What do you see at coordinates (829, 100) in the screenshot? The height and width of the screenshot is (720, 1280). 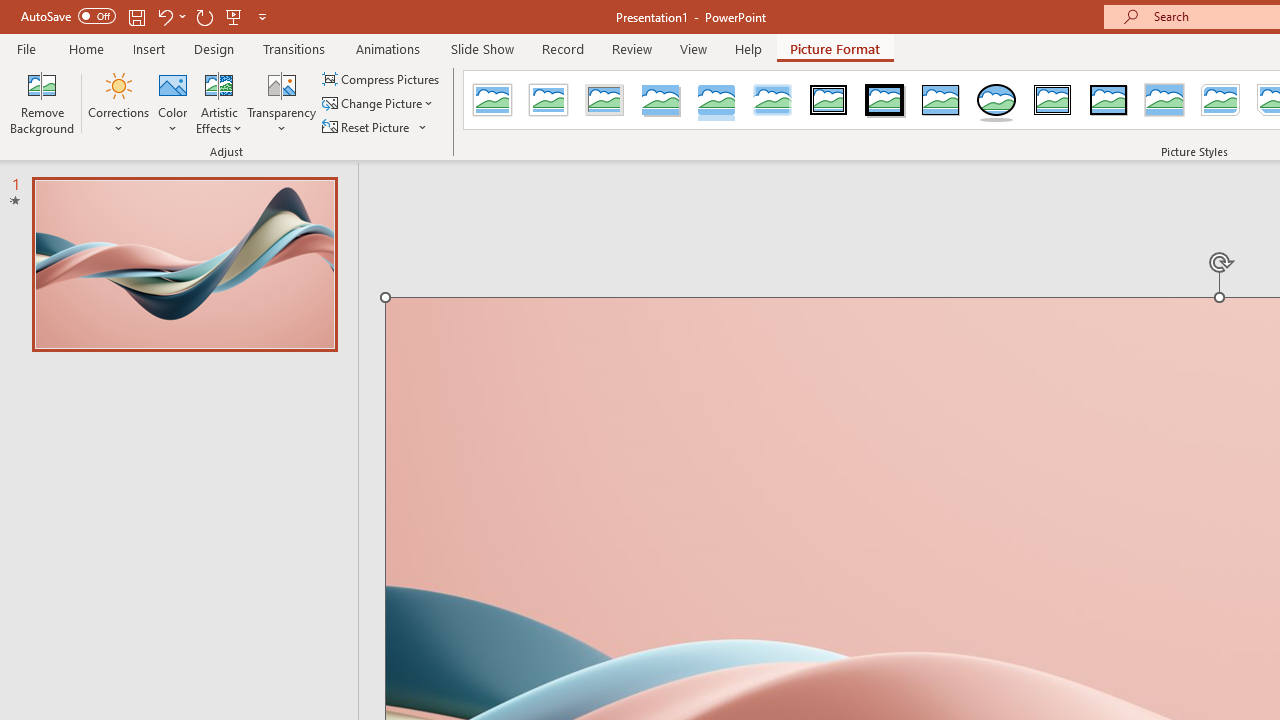 I see `'Double Frame, Black'` at bounding box center [829, 100].